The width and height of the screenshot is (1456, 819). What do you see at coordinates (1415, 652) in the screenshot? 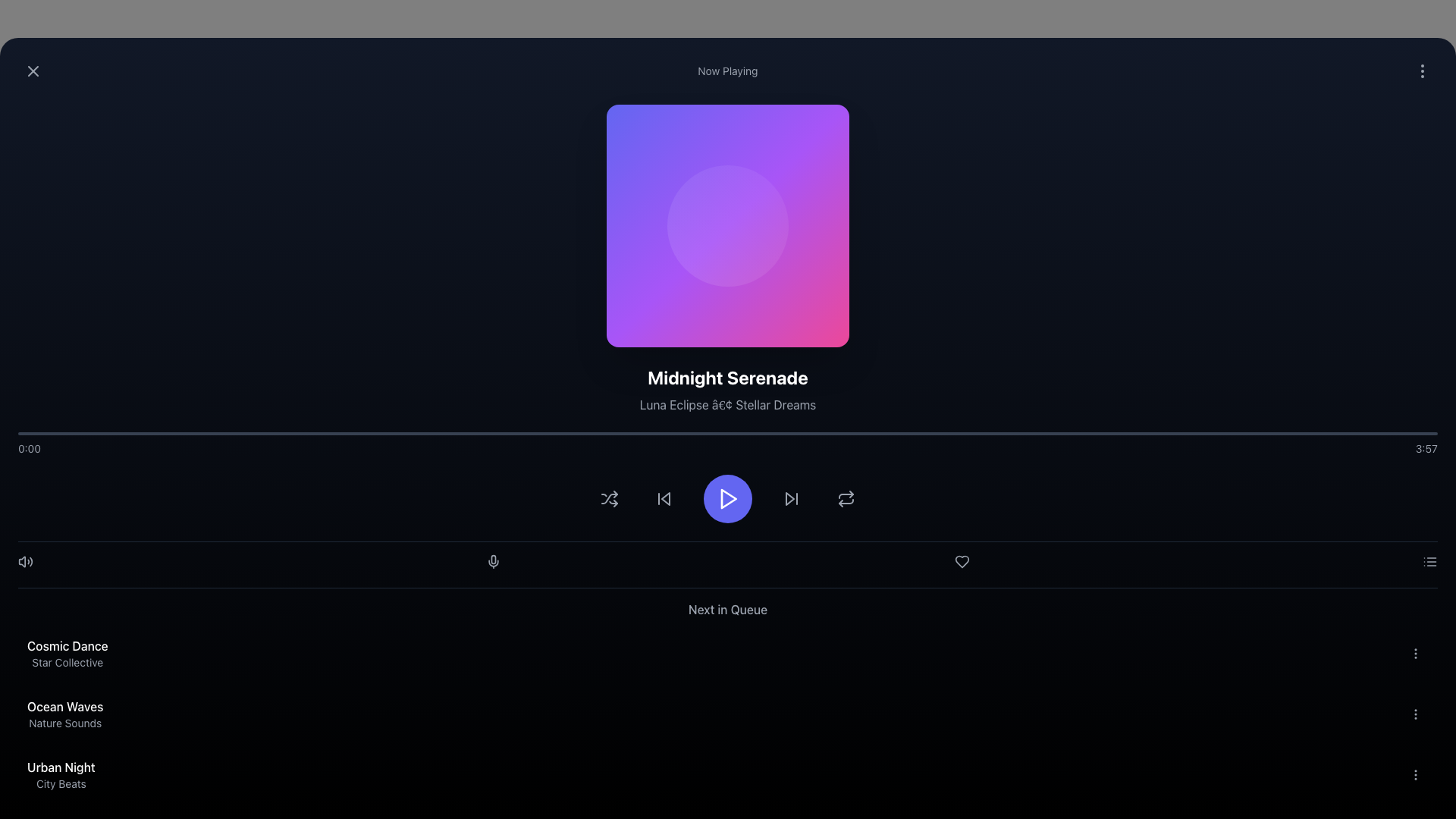
I see `the vertical ellipsis icon indicating additional options for the 'Cosmic DanceStar Collective'` at bounding box center [1415, 652].